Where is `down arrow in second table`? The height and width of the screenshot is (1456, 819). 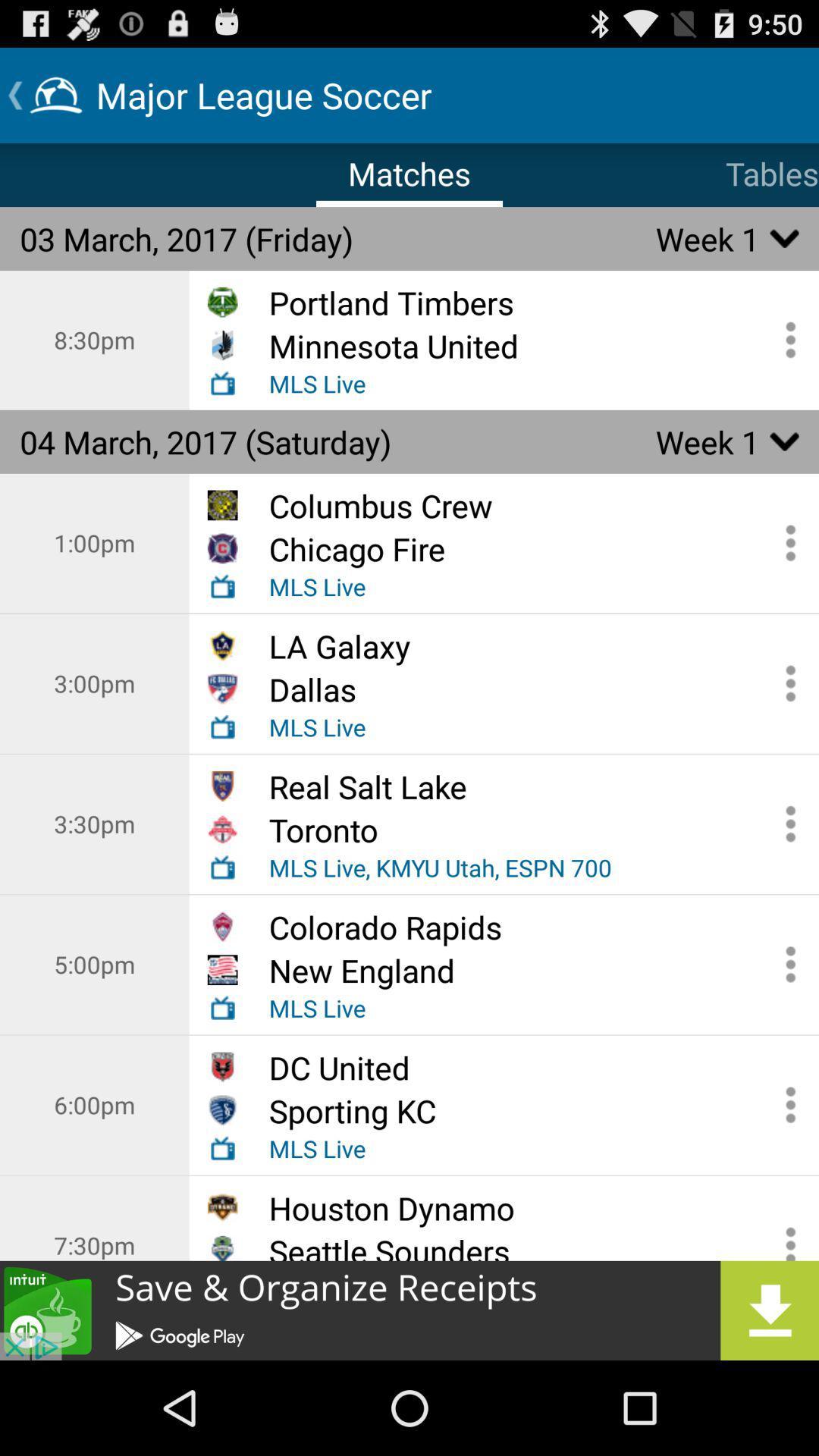
down arrow in second table is located at coordinates (784, 441).